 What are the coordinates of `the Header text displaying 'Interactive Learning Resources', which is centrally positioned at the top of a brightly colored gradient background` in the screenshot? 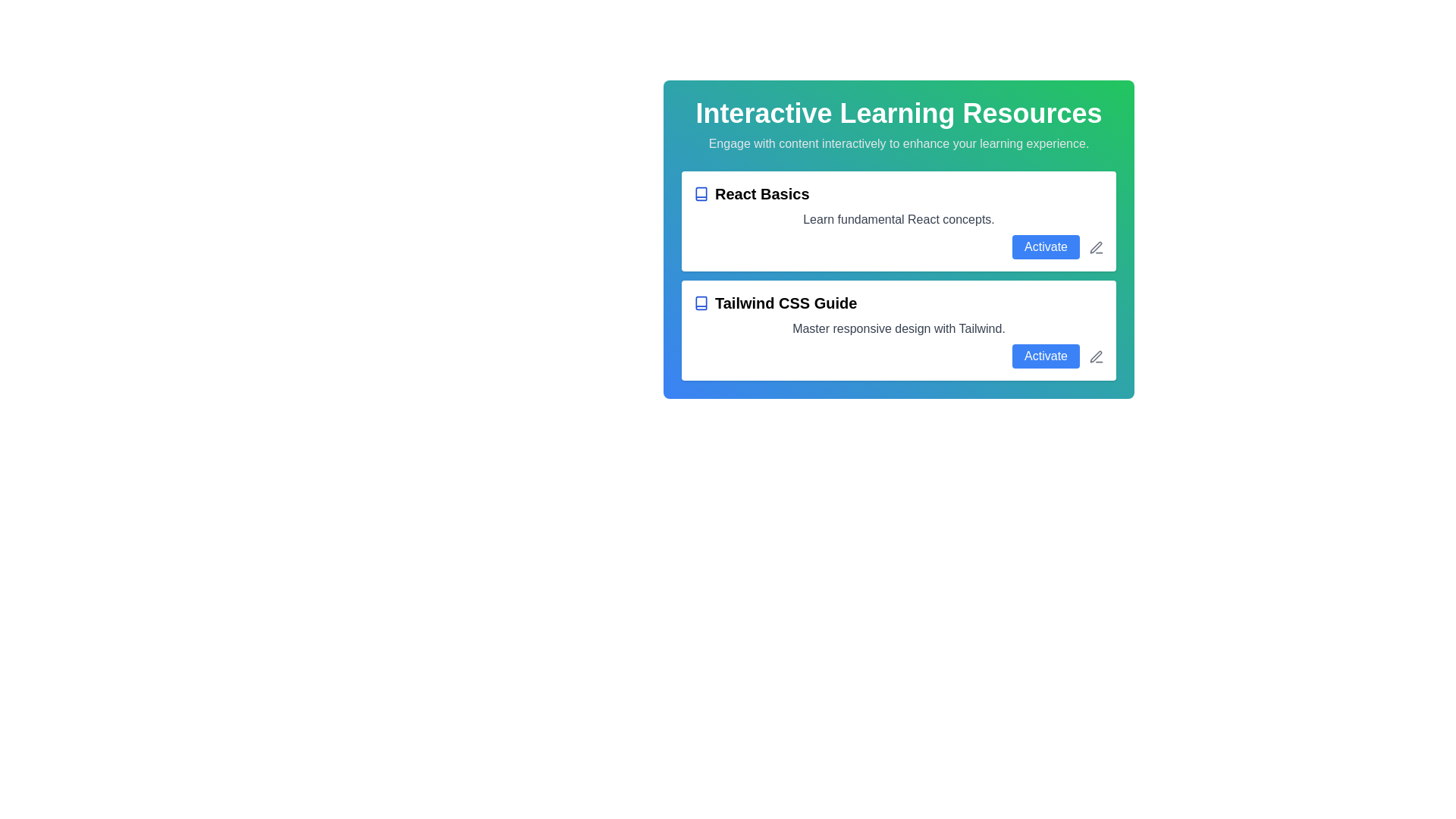 It's located at (899, 113).